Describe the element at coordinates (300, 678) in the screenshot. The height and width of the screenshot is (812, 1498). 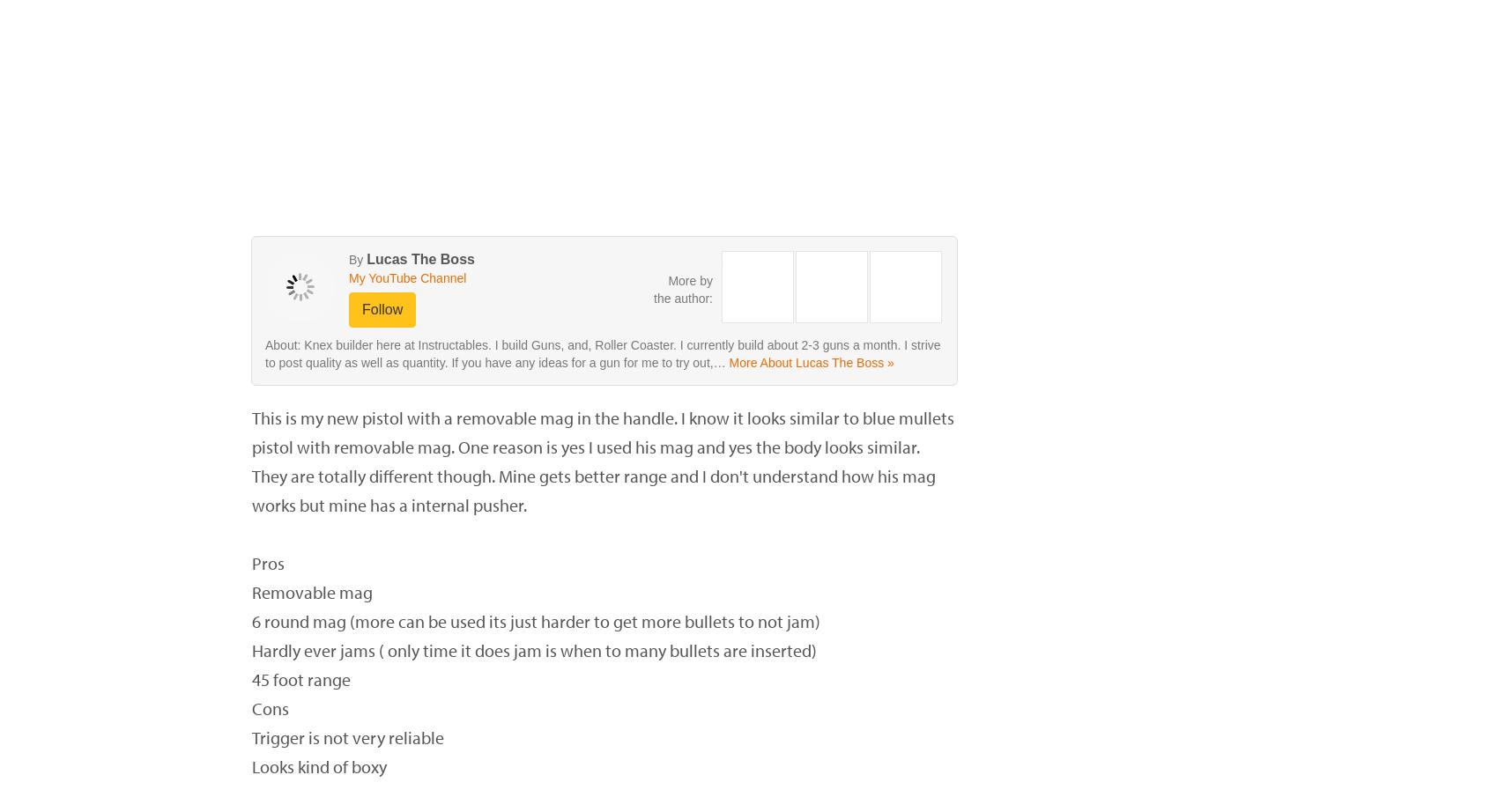
I see `'45 foot range'` at that location.